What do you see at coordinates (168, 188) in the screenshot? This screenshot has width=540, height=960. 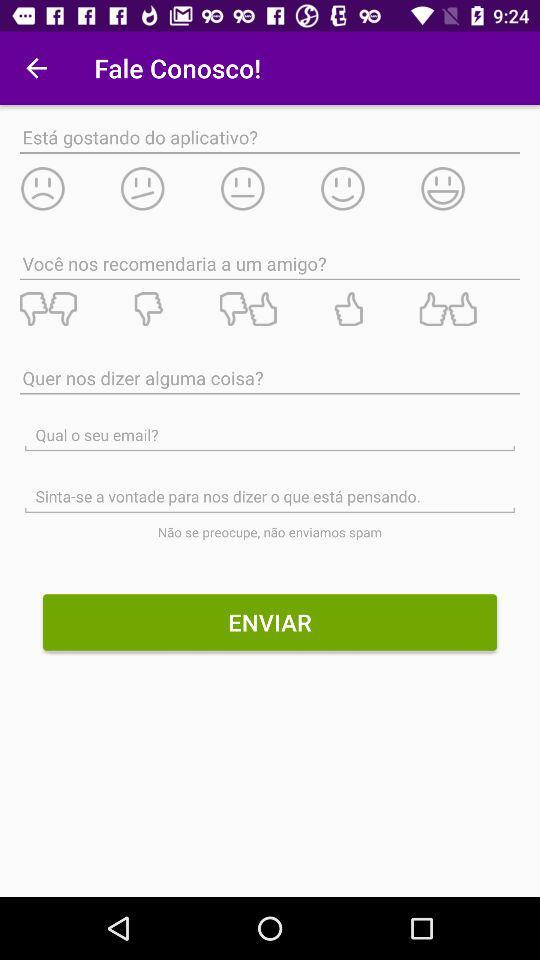 I see `un poco infeliz` at bounding box center [168, 188].